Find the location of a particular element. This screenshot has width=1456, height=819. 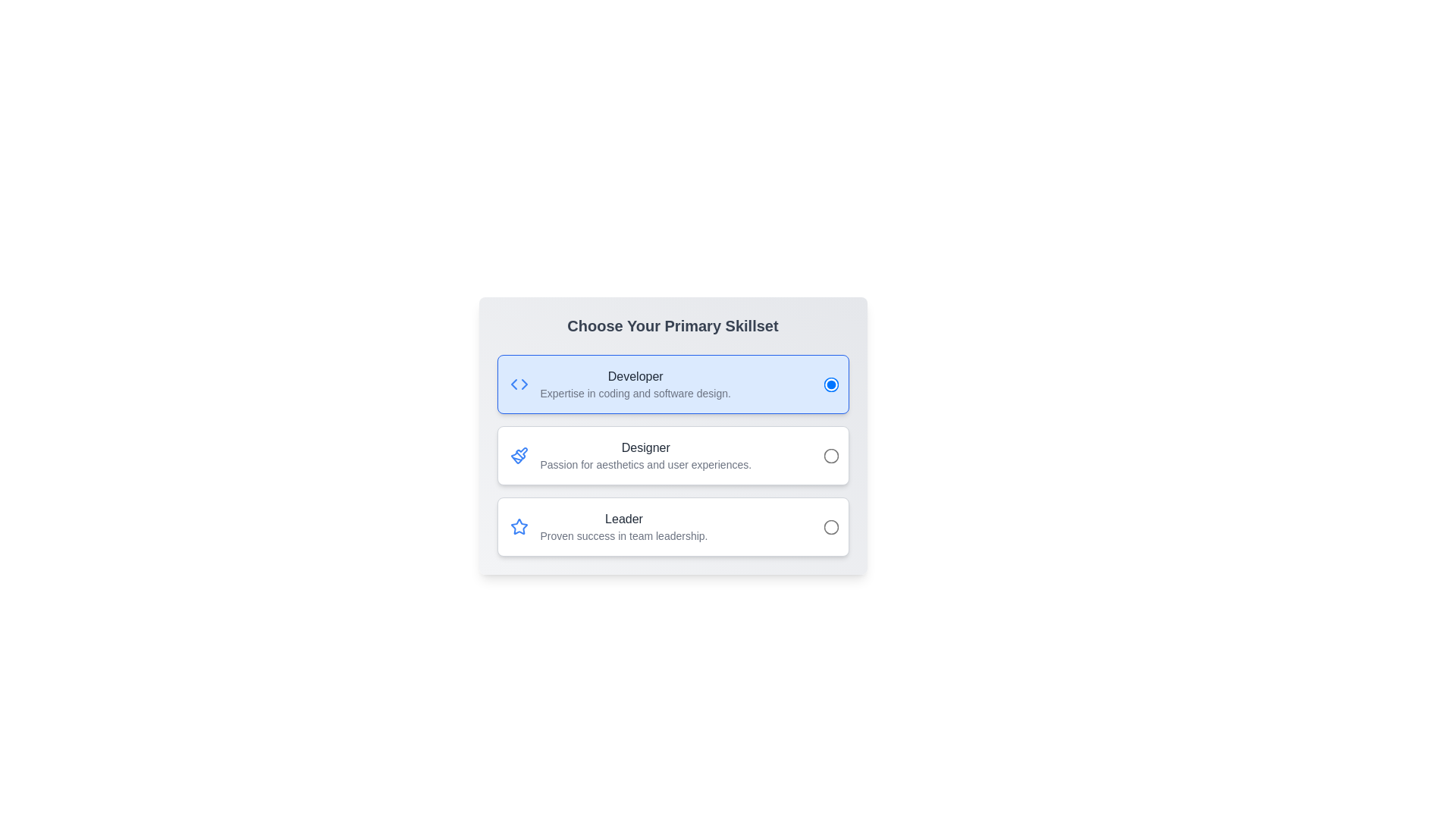

text block titled 'Developer' which includes the description 'Expertise in coding and software design.' located at the top of the selectable list is located at coordinates (635, 383).